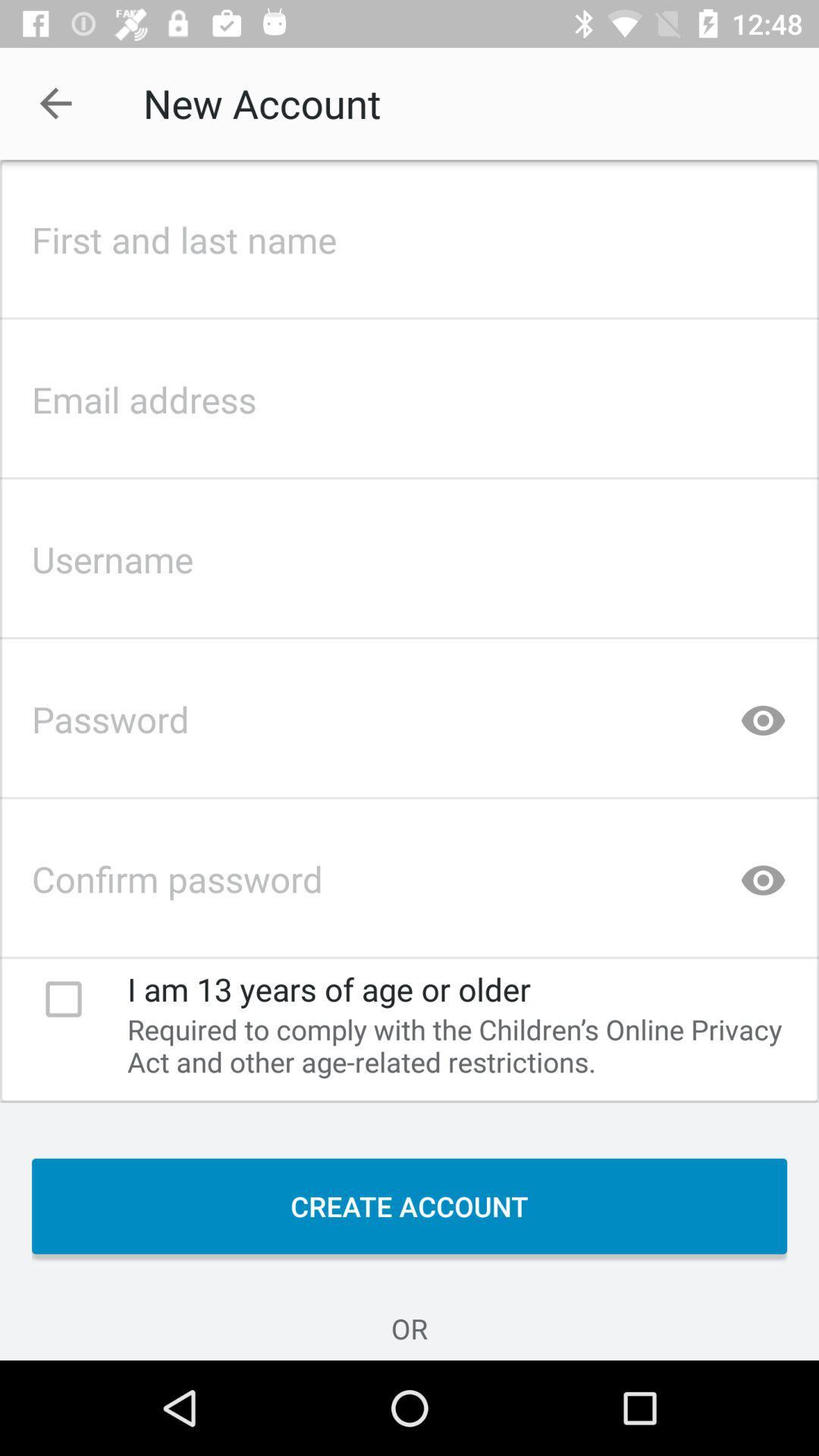  I want to click on confirm password input, so click(409, 874).